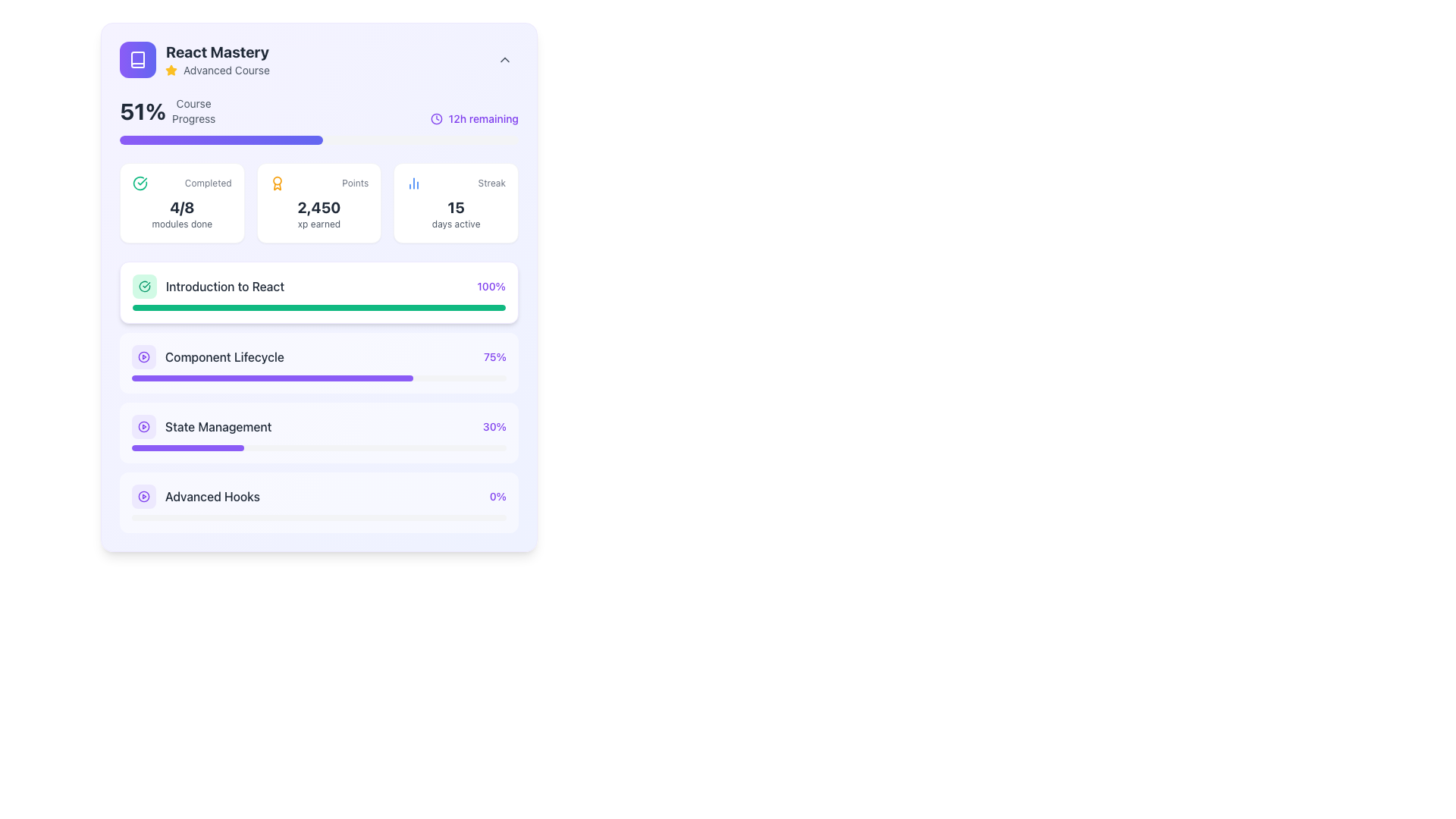  Describe the element at coordinates (182, 207) in the screenshot. I see `the text label element displaying '4/8'` at that location.